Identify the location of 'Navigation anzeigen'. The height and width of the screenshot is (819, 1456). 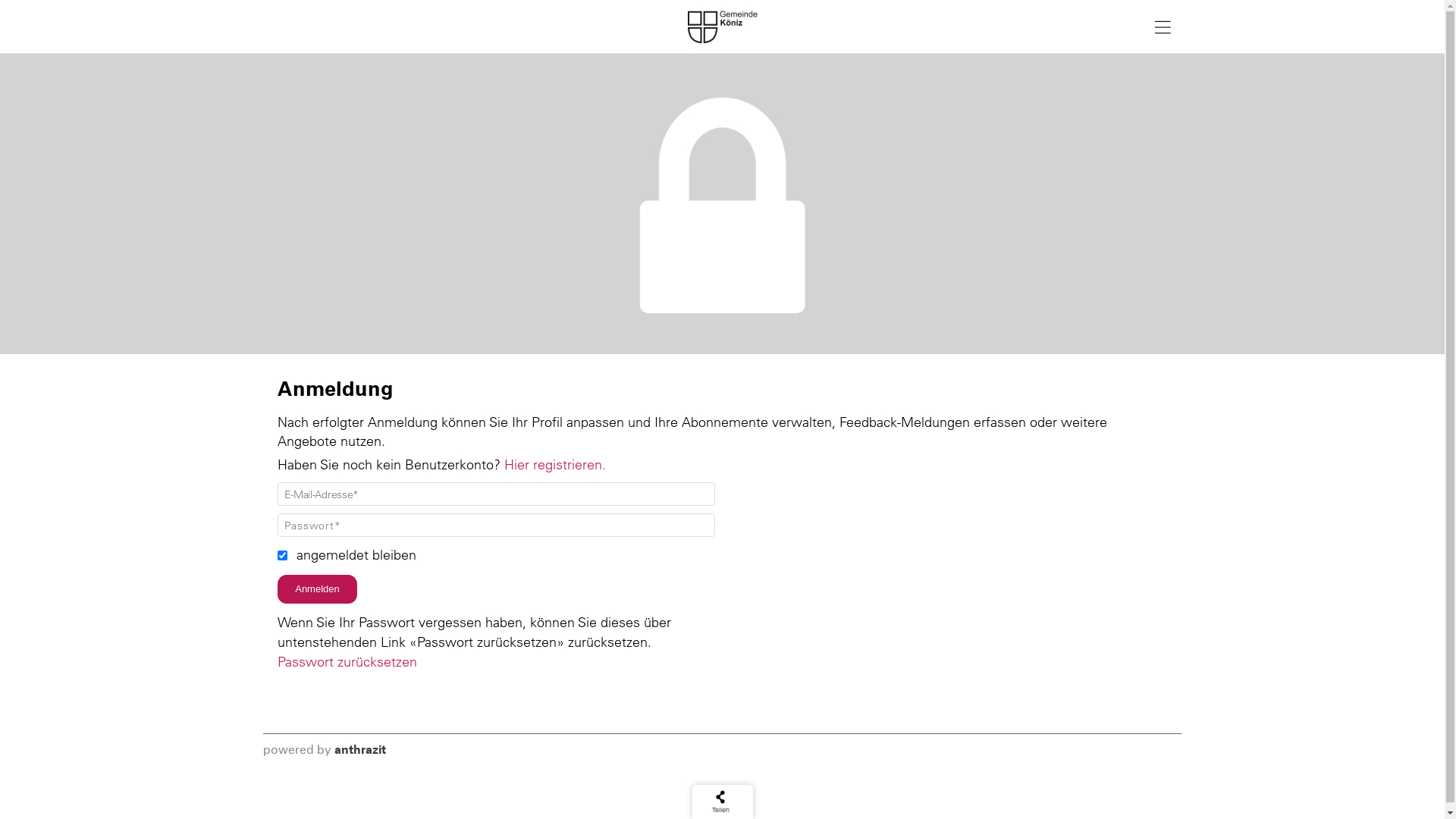
(1162, 25).